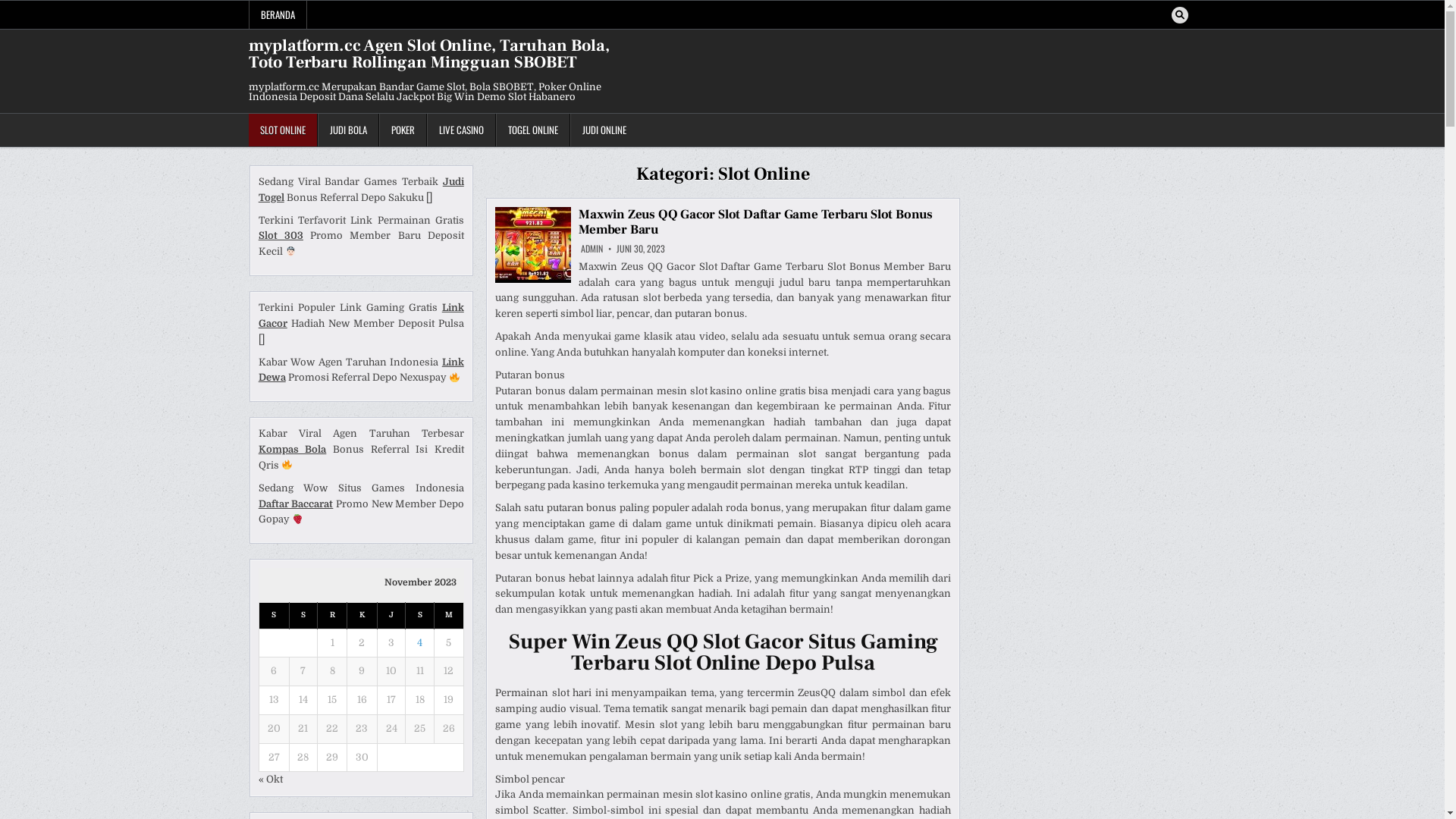 This screenshot has width=1456, height=819. Describe the element at coordinates (360, 370) in the screenshot. I see `'Link Dewa'` at that location.